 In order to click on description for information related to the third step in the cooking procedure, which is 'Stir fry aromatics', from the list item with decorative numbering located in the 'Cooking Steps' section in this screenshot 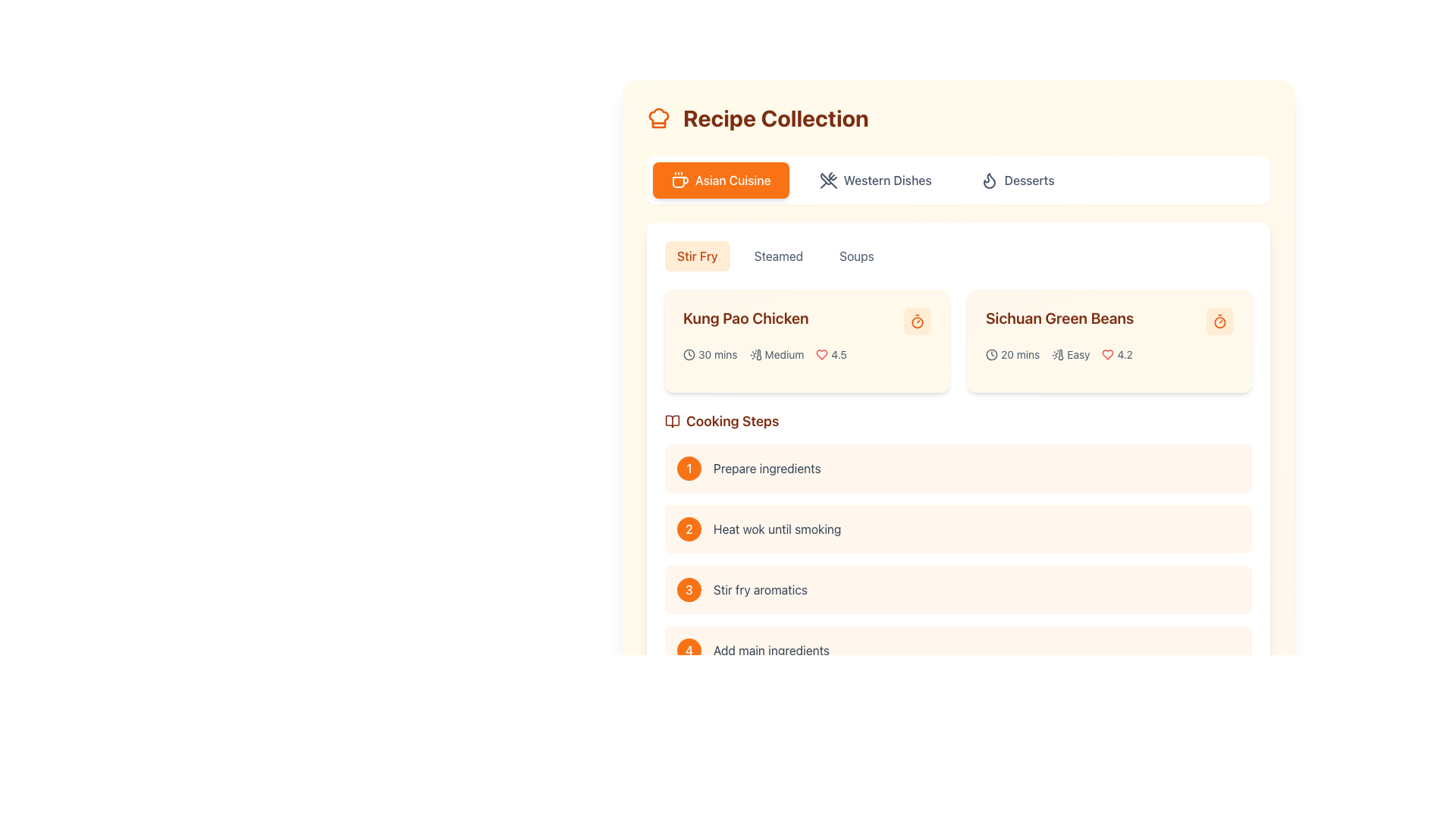, I will do `click(957, 573)`.